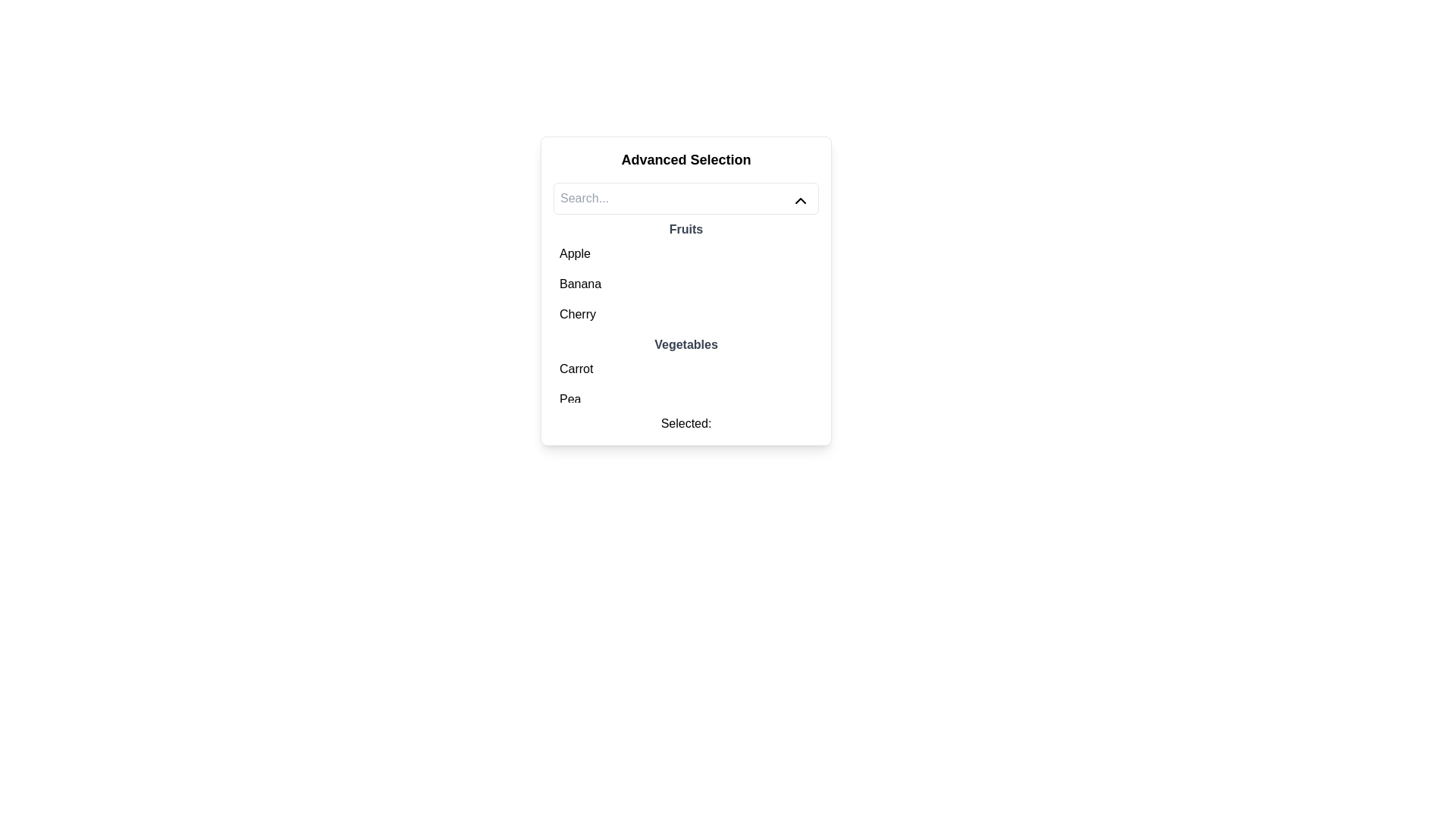  I want to click on the 'Vegetables' category header label in the dropdown menu to identify and locate vegetable-related items, so click(686, 345).